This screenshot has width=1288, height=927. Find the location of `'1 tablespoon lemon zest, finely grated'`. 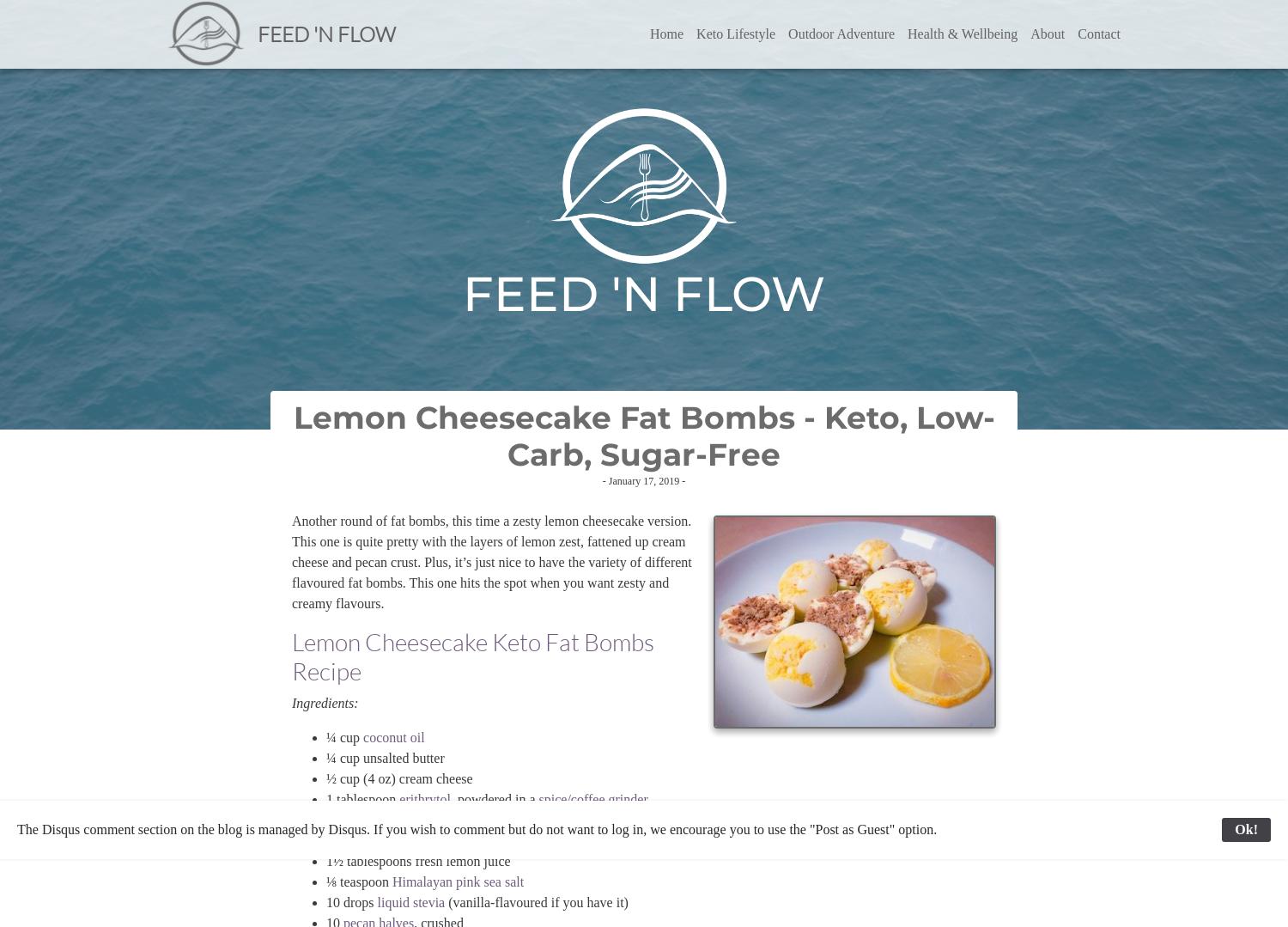

'1 tablespoon lemon zest, finely grated' is located at coordinates (430, 819).